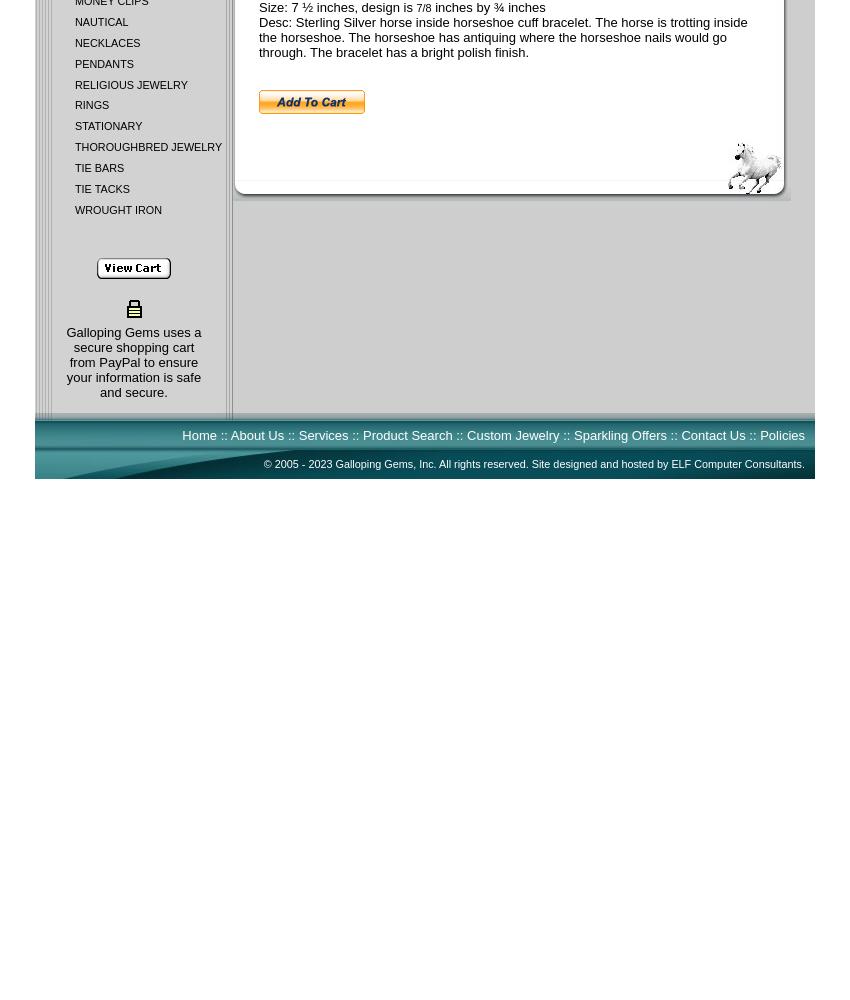 This screenshot has width=850, height=1000. Describe the element at coordinates (736, 463) in the screenshot. I see `'ELF Computer Consultants'` at that location.